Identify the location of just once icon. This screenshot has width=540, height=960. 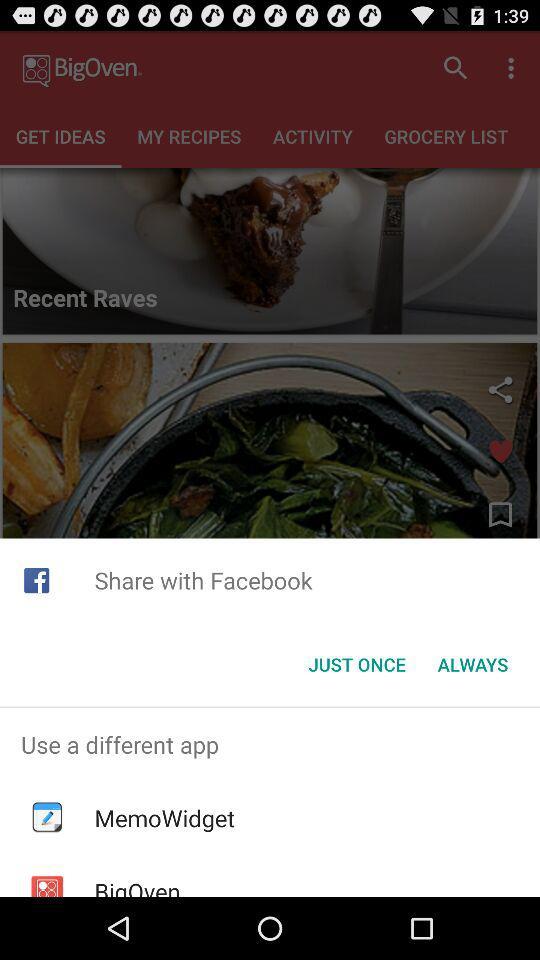
(356, 664).